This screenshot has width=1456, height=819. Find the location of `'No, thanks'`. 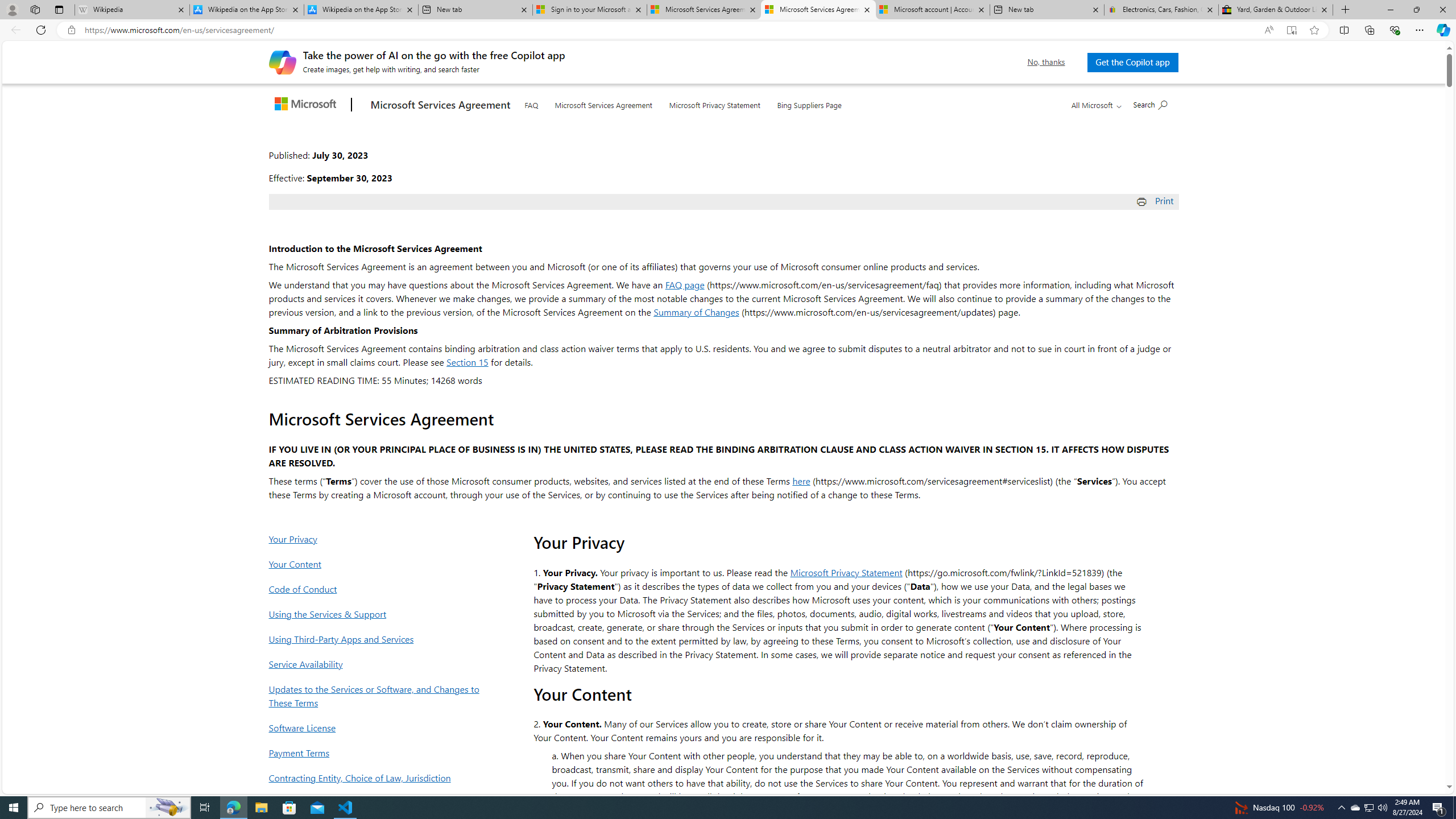

'No, thanks' is located at coordinates (1045, 61).